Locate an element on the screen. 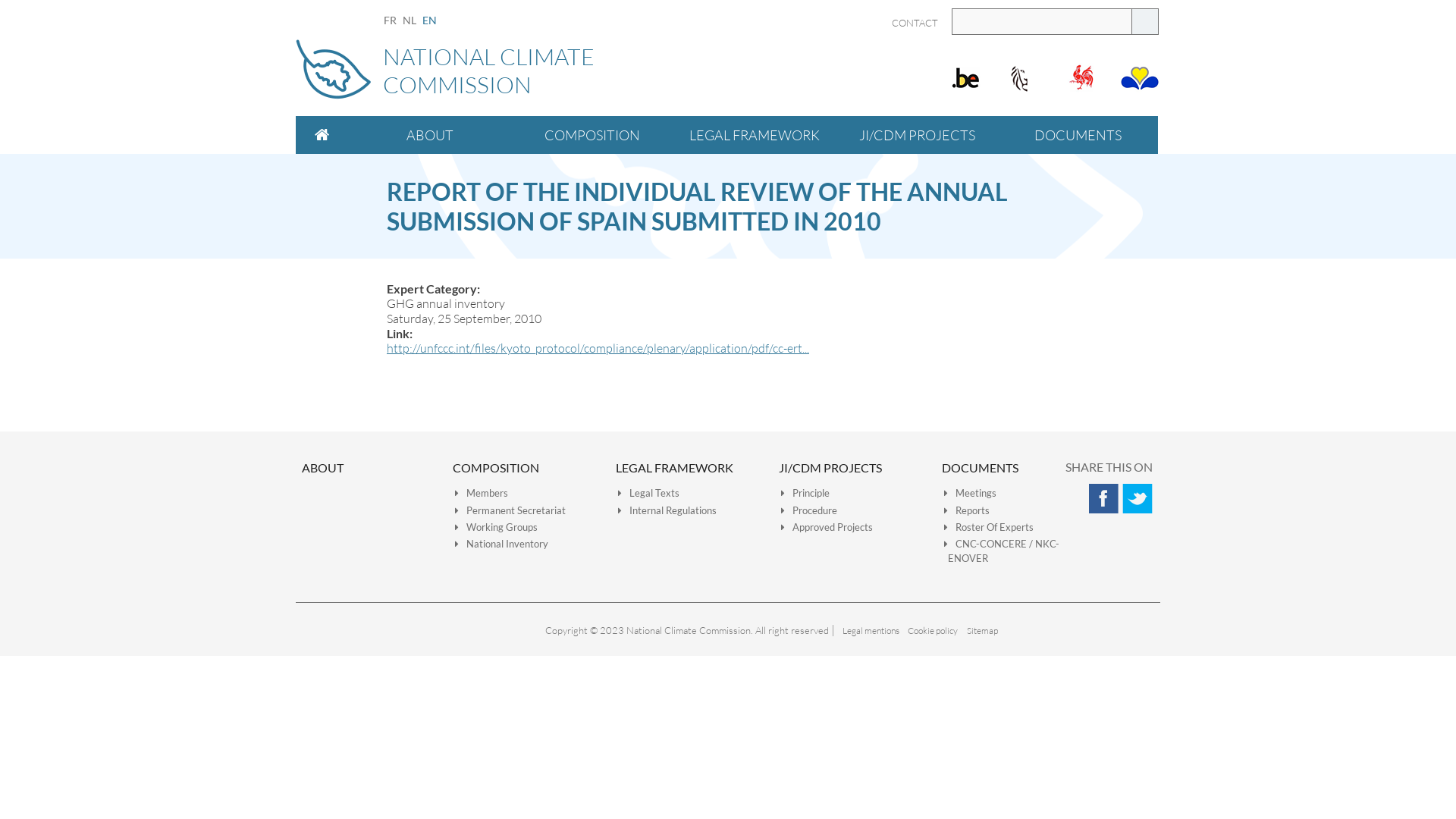  'Members' is located at coordinates (480, 493).